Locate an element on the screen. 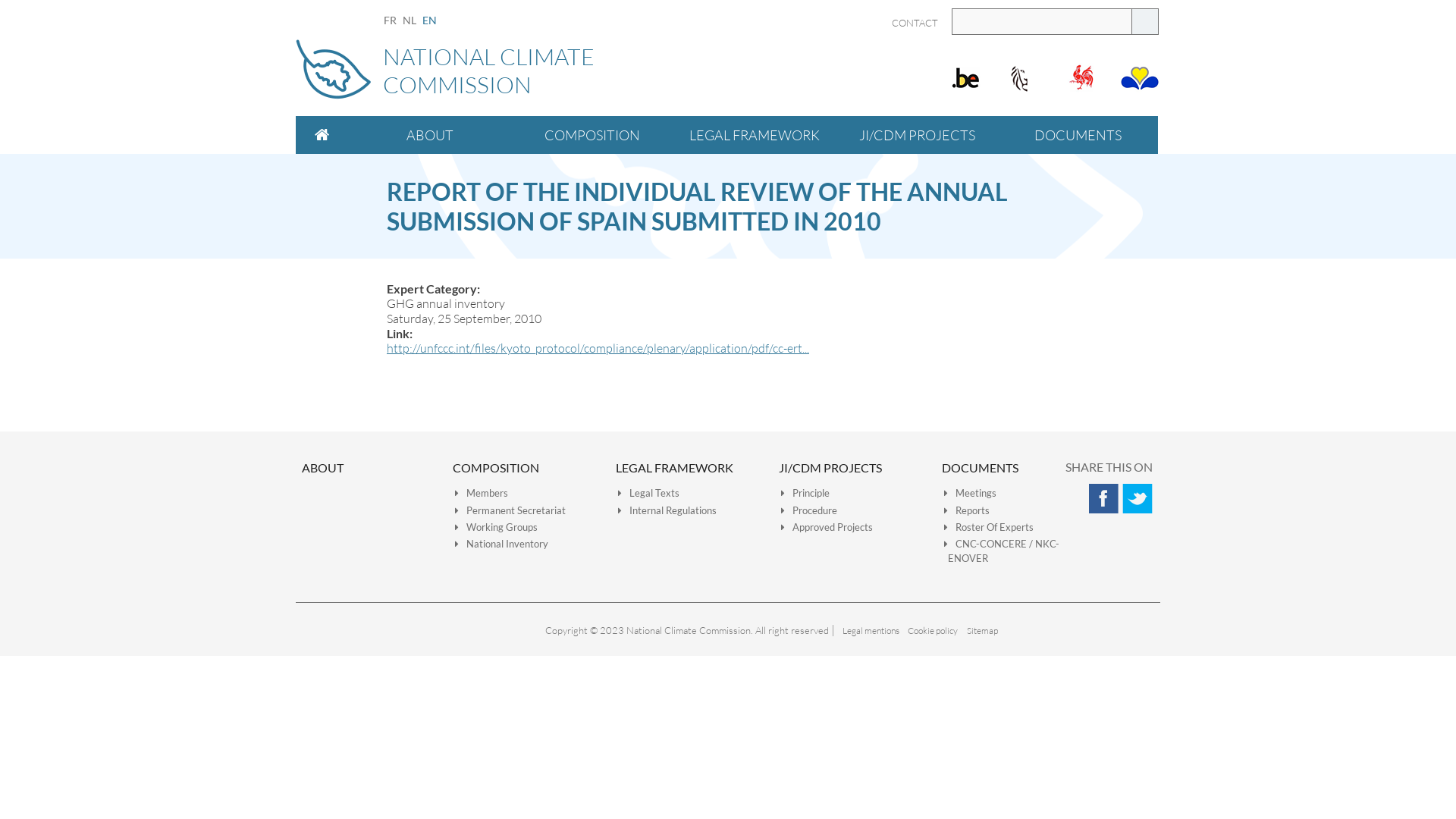  'Members' is located at coordinates (480, 493).